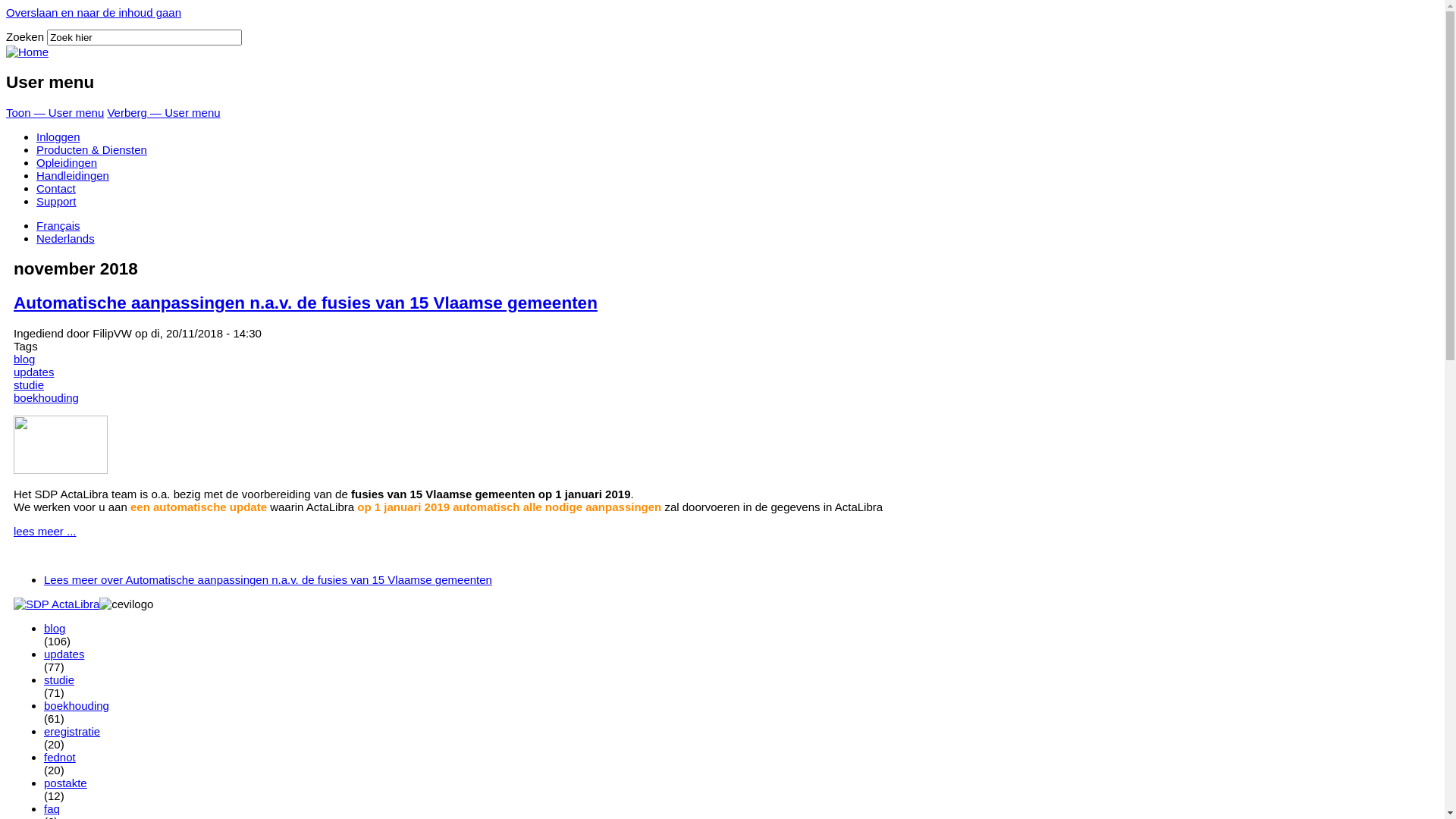  Describe the element at coordinates (27, 51) in the screenshot. I see `'Home'` at that location.